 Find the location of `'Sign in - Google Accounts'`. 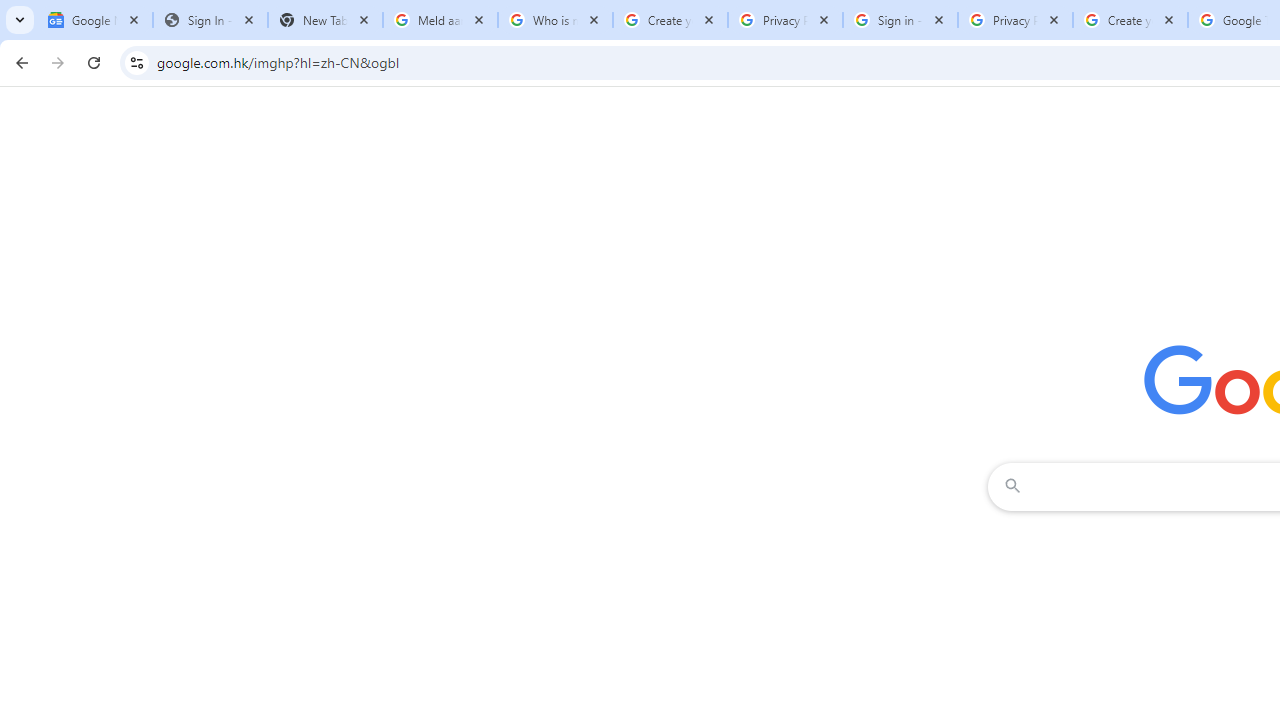

'Sign in - Google Accounts' is located at coordinates (899, 20).